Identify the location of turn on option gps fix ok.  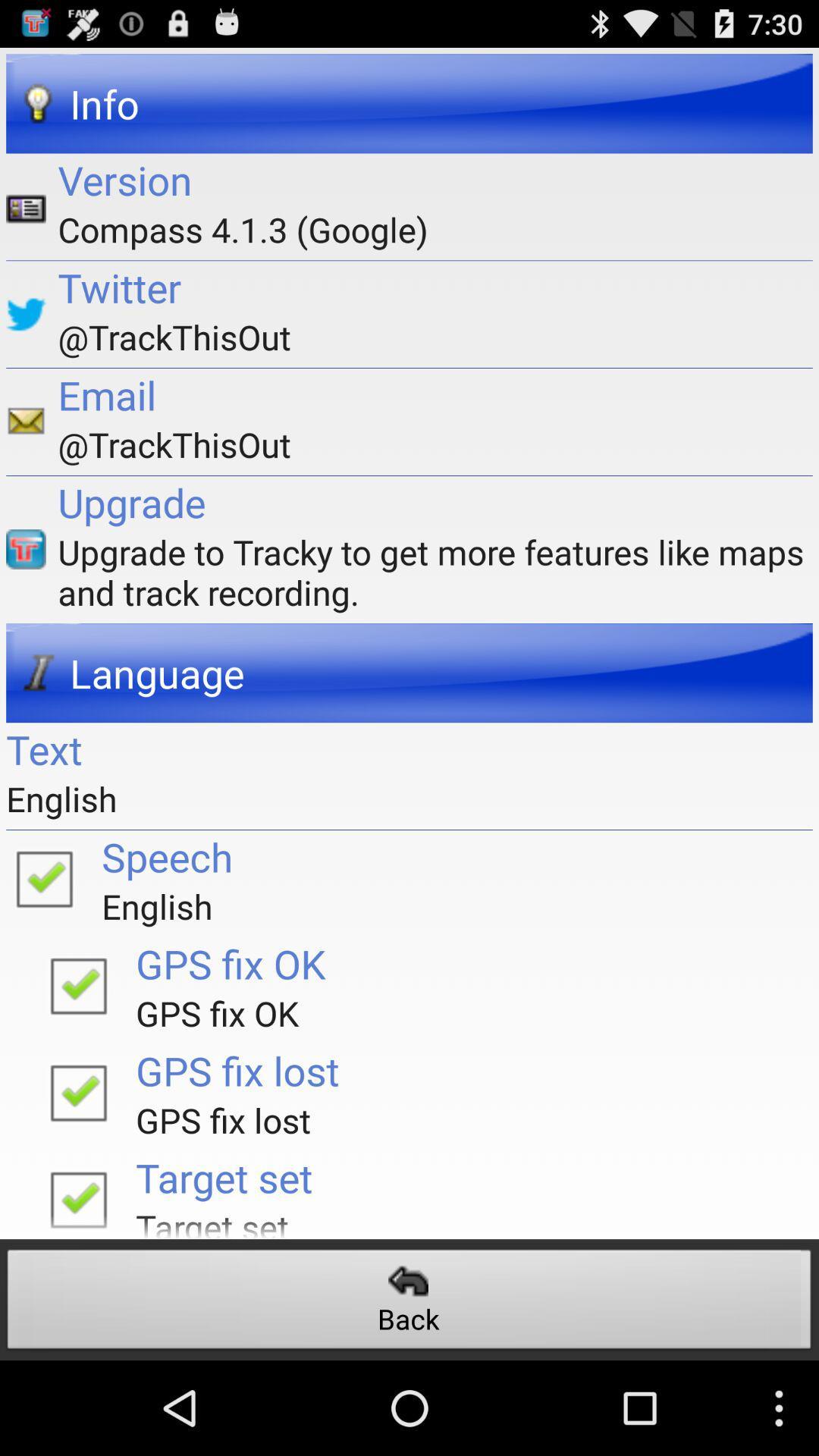
(78, 985).